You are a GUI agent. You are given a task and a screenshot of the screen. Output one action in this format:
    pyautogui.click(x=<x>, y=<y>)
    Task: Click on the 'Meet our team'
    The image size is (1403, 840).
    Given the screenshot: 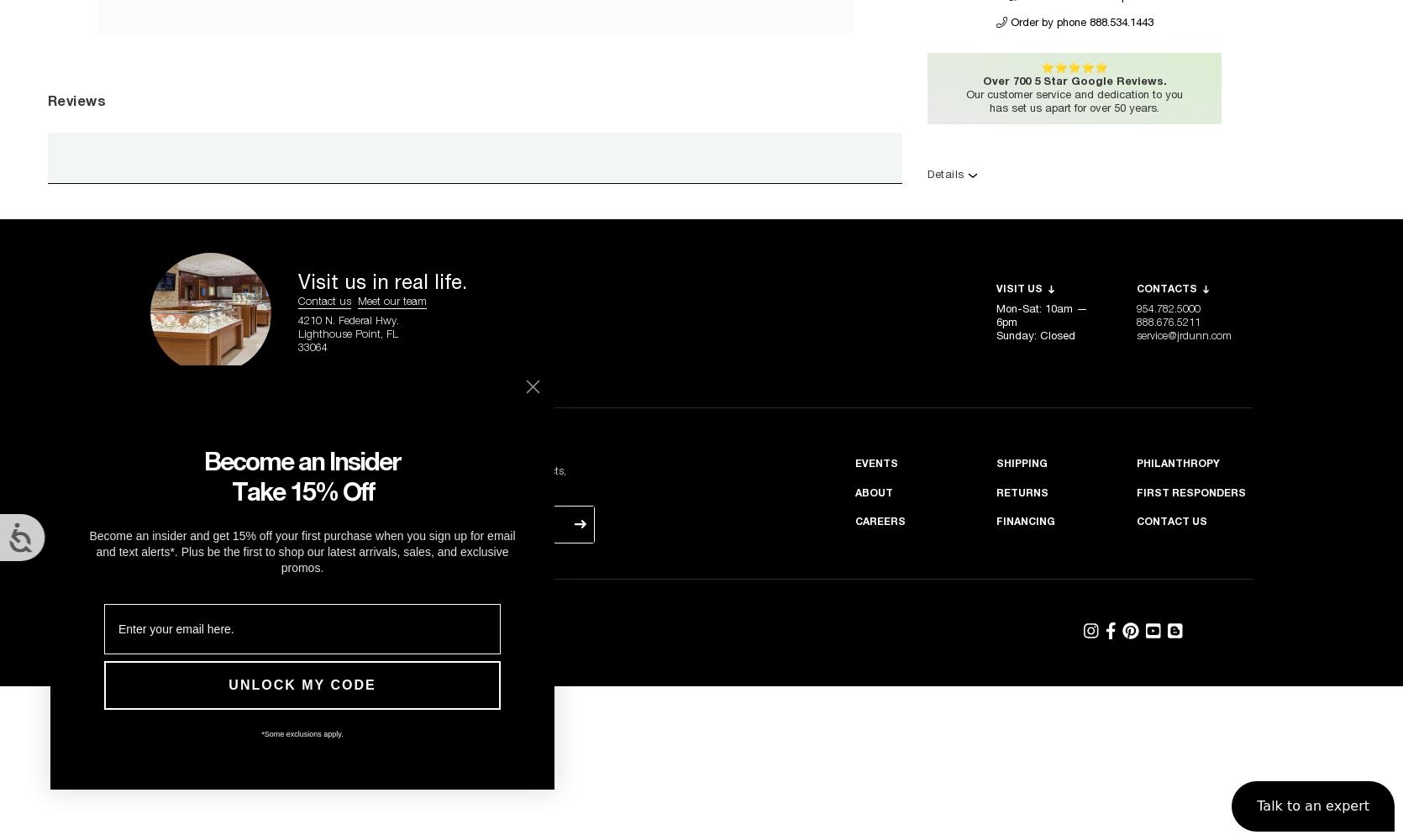 What is the action you would take?
    pyautogui.click(x=391, y=301)
    